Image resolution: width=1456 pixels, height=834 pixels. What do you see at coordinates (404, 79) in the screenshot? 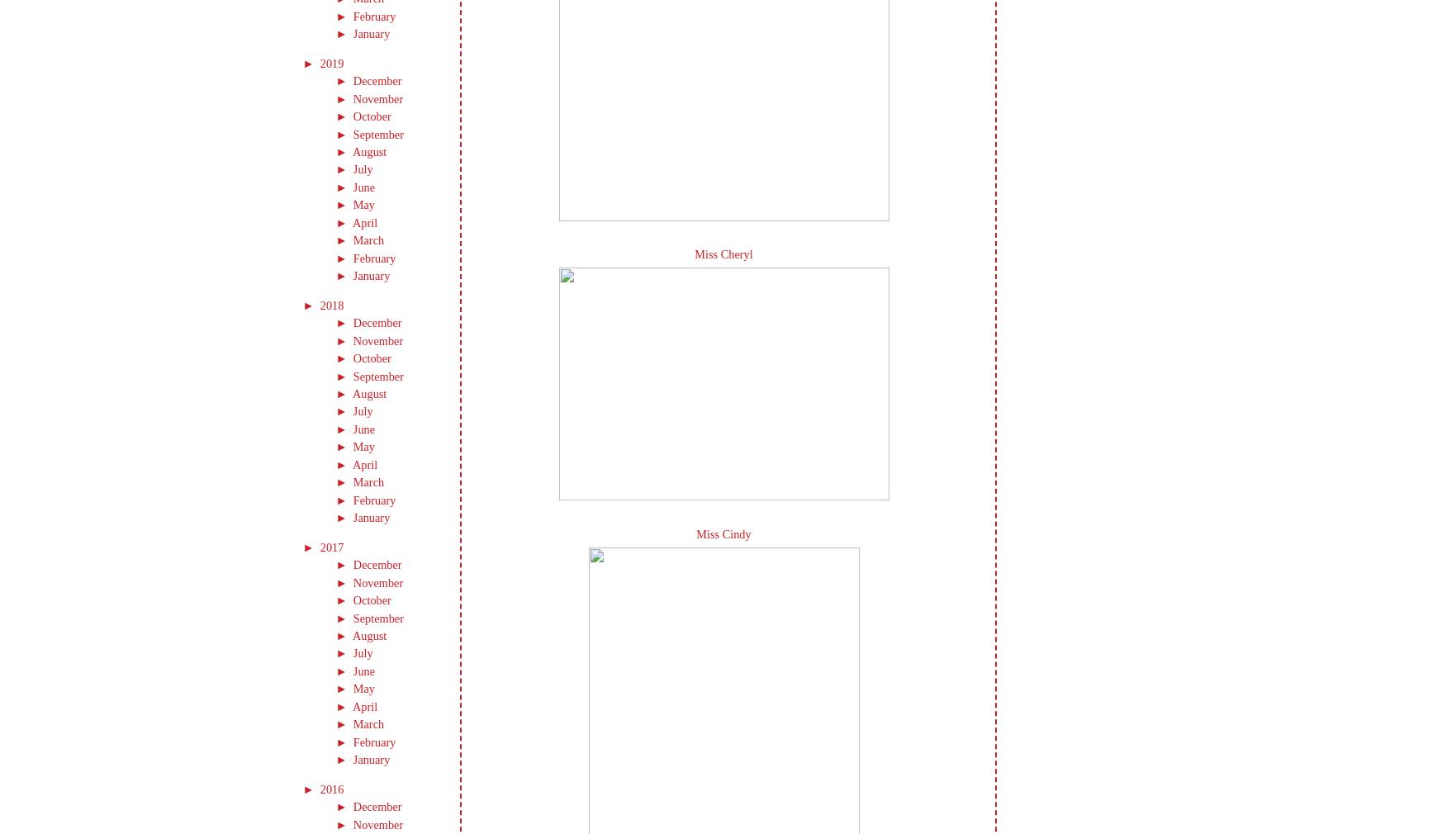
I see `'(12)'` at bounding box center [404, 79].